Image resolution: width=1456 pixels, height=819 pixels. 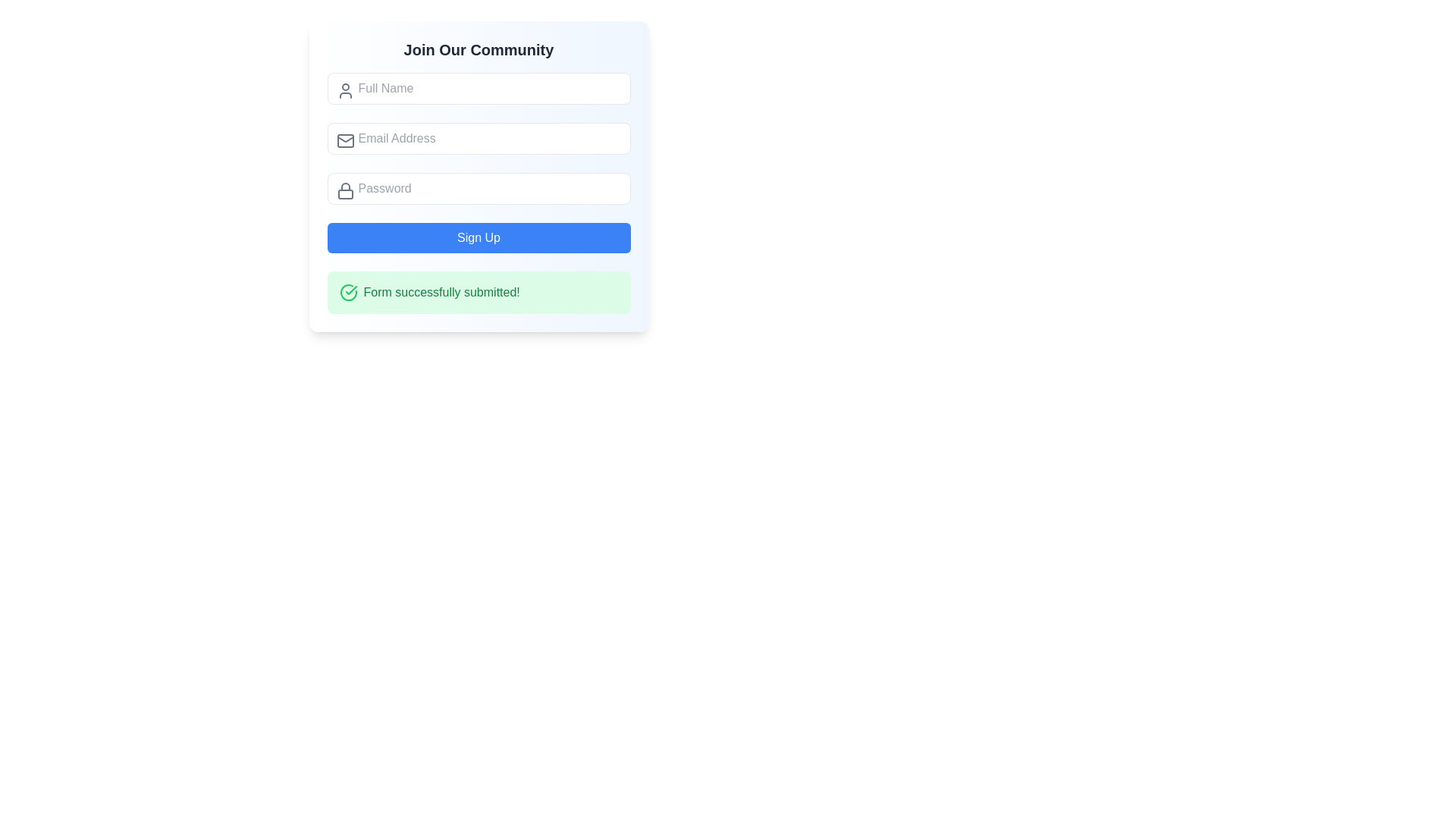 I want to click on the decorative icon for the 'Full Name' input field, which is located on the far left side of the field, so click(x=344, y=90).